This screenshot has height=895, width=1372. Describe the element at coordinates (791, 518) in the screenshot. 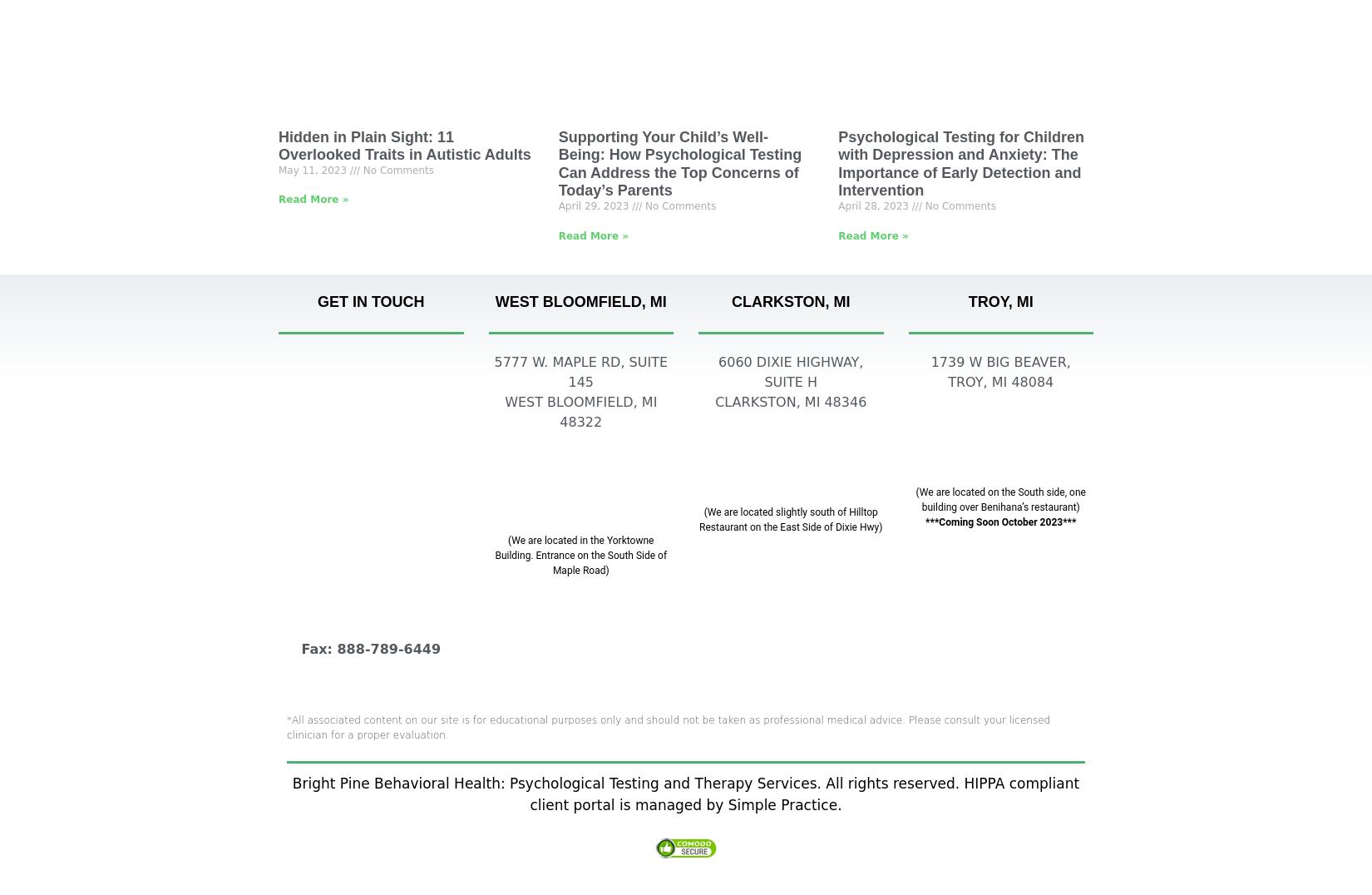

I see `'(We are located slightly south of Hilltop Restaurant on the East Side of Dixie Hwy)'` at that location.